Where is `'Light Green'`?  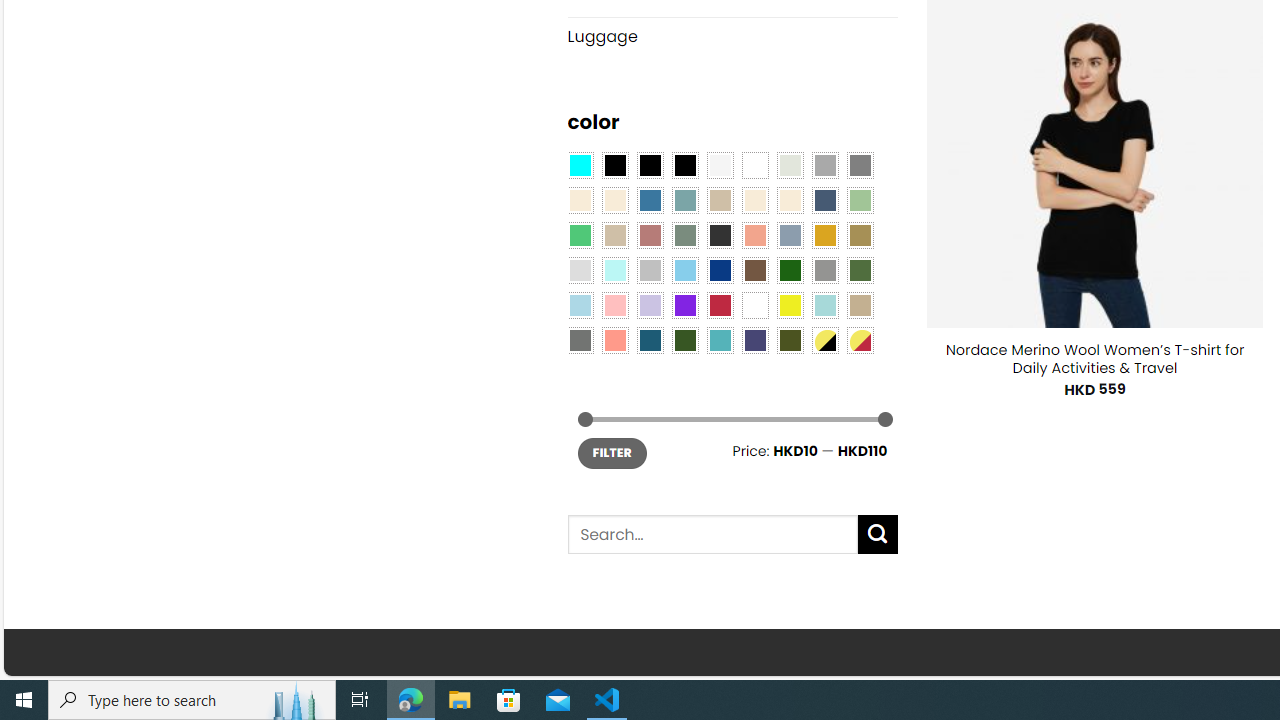 'Light Green' is located at coordinates (860, 200).